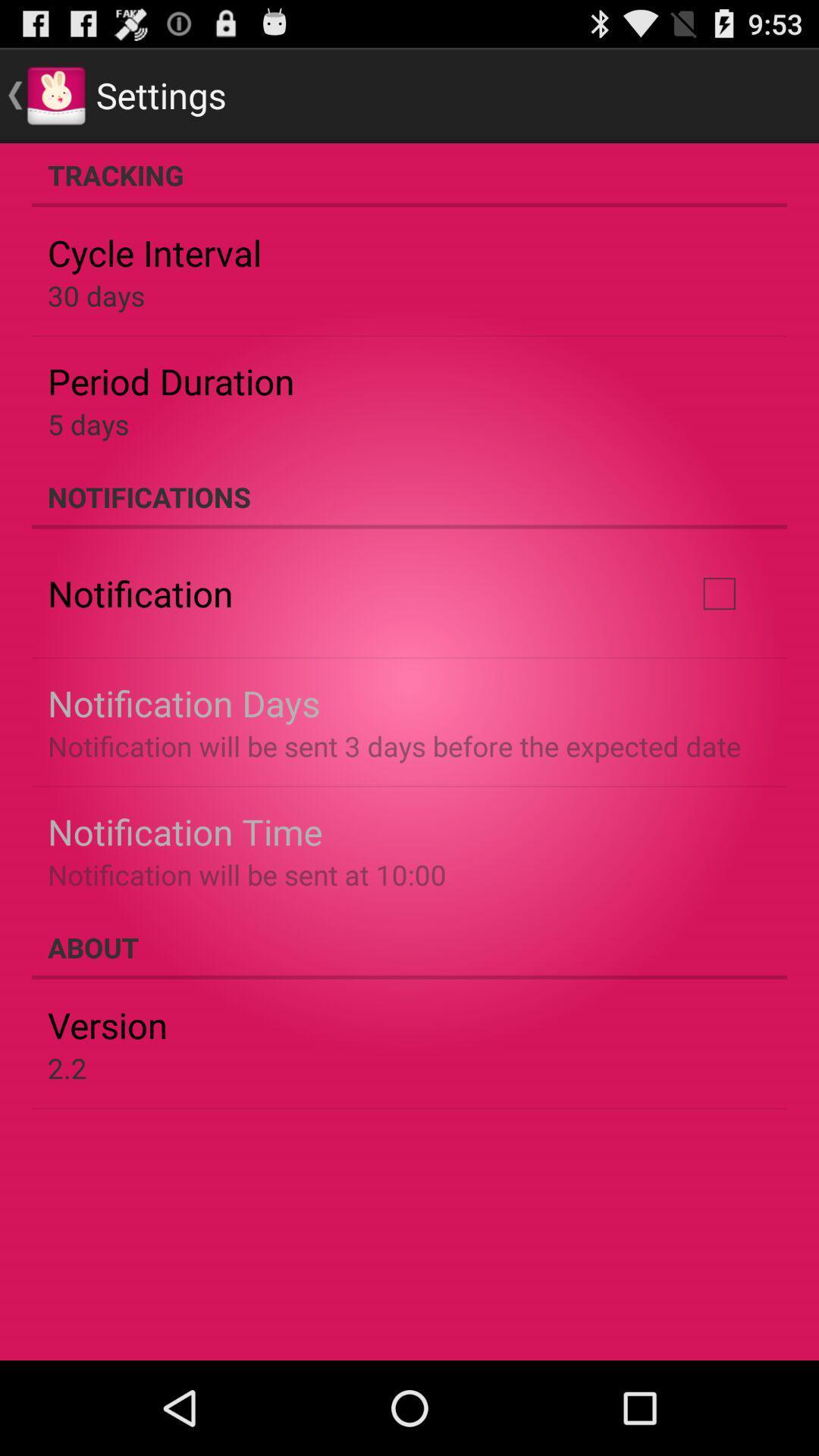  What do you see at coordinates (96, 295) in the screenshot?
I see `app above the period duration item` at bounding box center [96, 295].